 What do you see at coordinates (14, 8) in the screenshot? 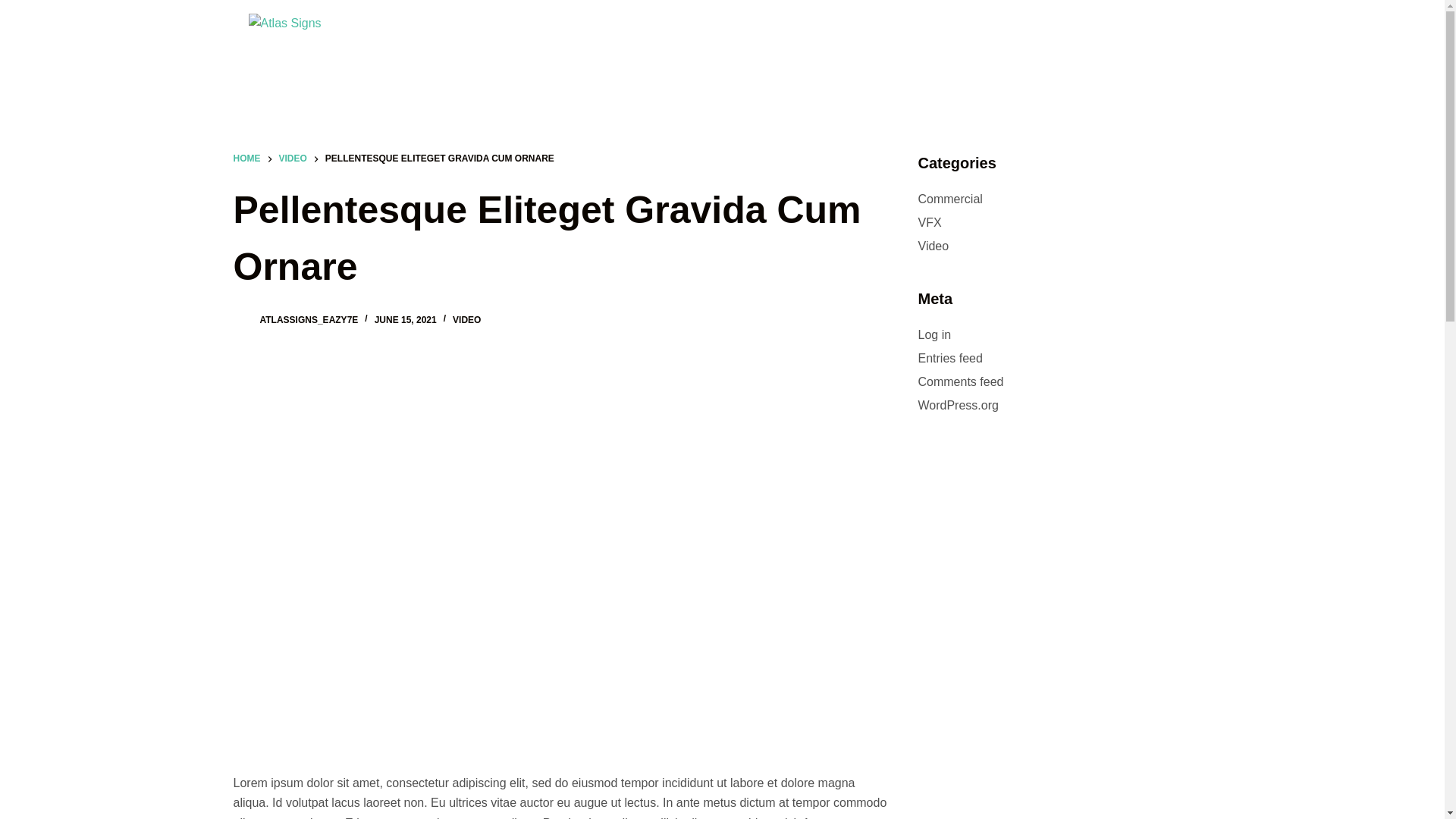
I see `'Skip to content'` at bounding box center [14, 8].